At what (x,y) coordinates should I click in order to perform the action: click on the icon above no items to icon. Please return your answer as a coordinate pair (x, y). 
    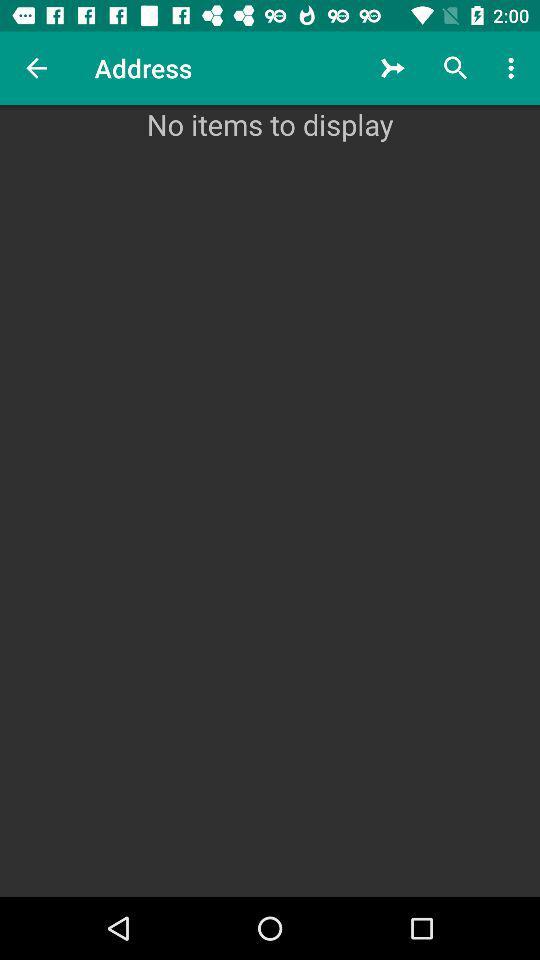
    Looking at the image, I should click on (455, 68).